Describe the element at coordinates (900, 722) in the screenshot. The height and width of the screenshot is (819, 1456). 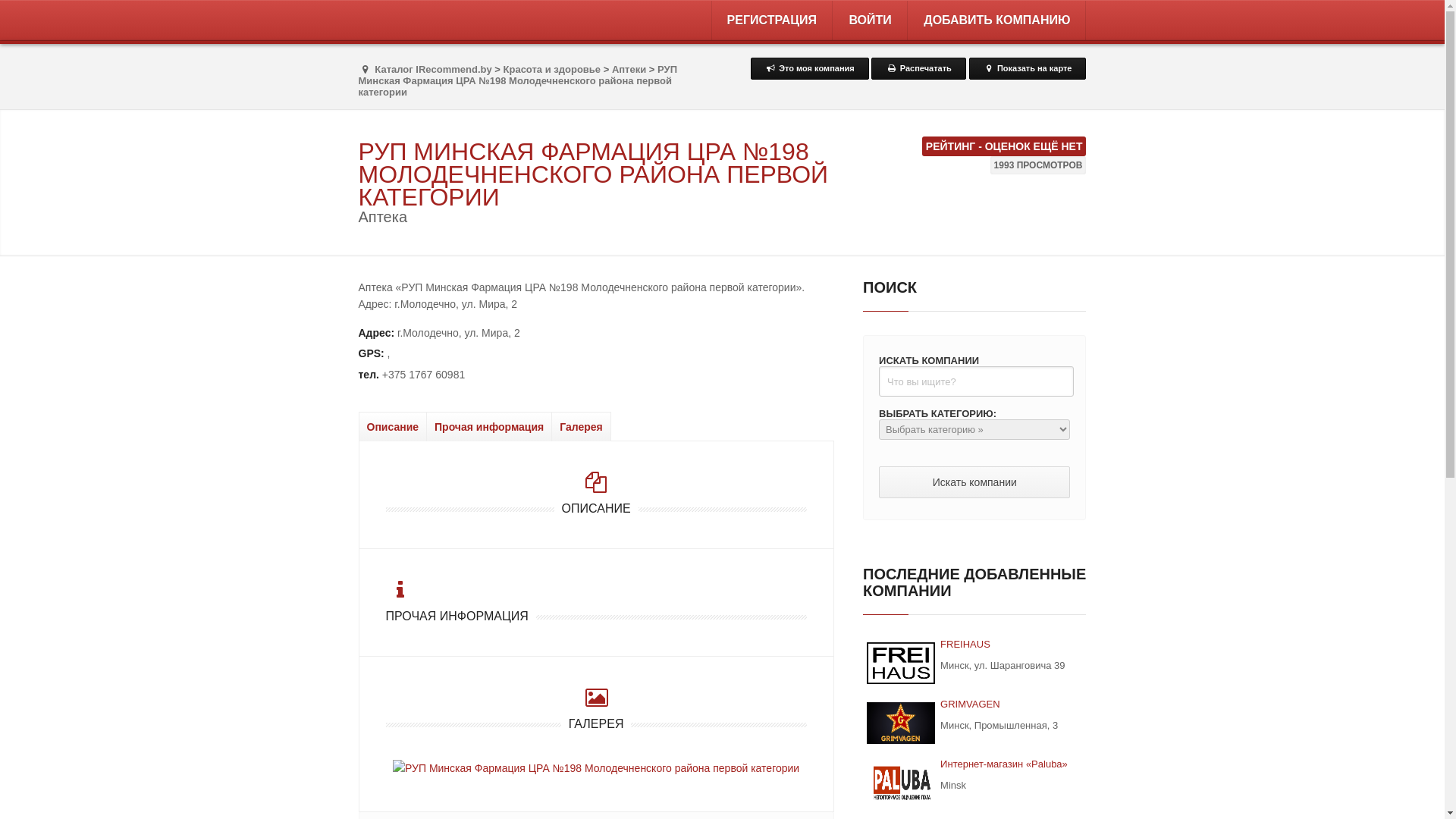
I see `'GRIMVAGEN'` at that location.